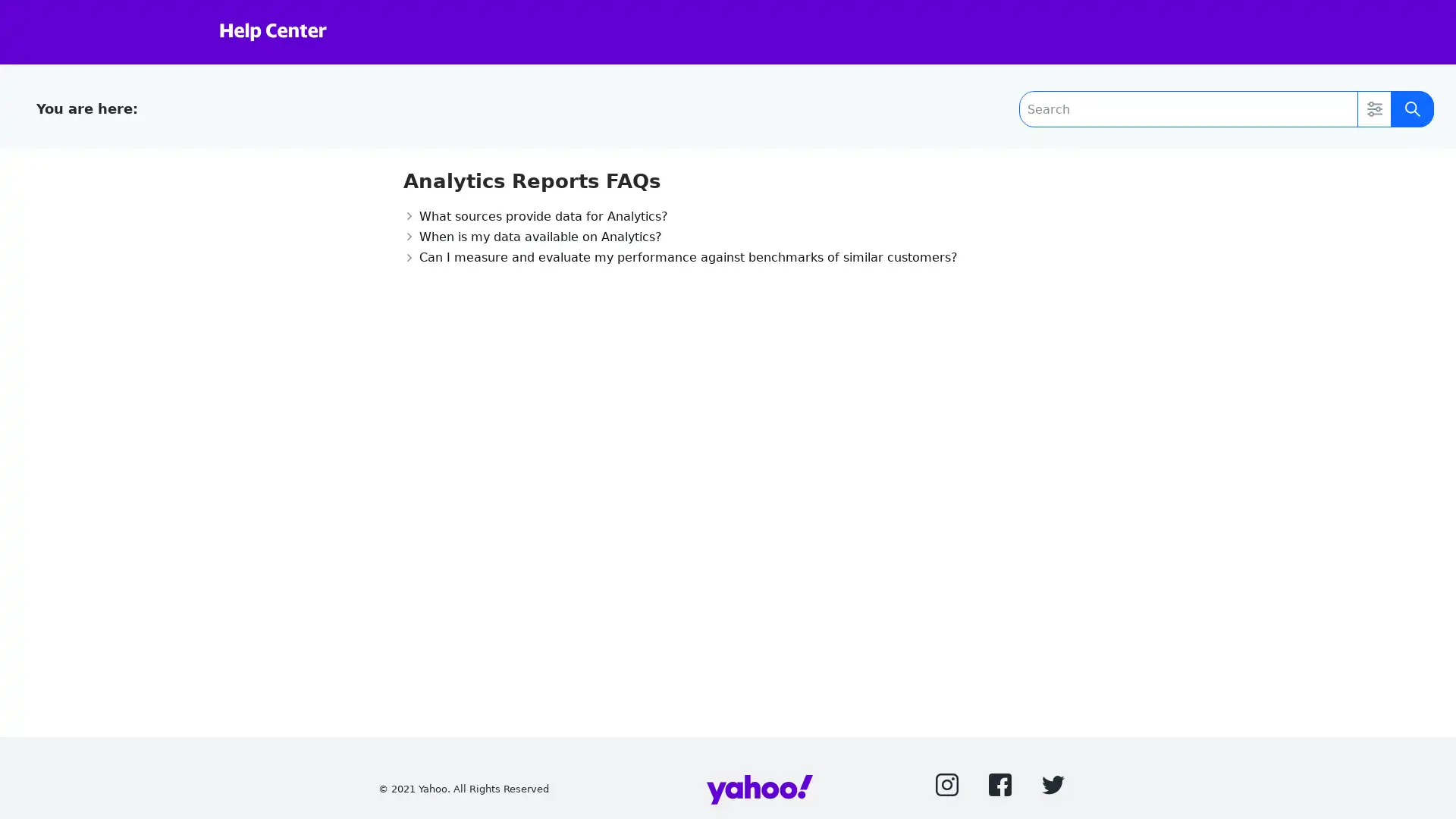 The image size is (1456, 819). What do you see at coordinates (679, 256) in the screenshot?
I see `Closed Can I measure and evaluate my performance against benchmarks of similar customers?` at bounding box center [679, 256].